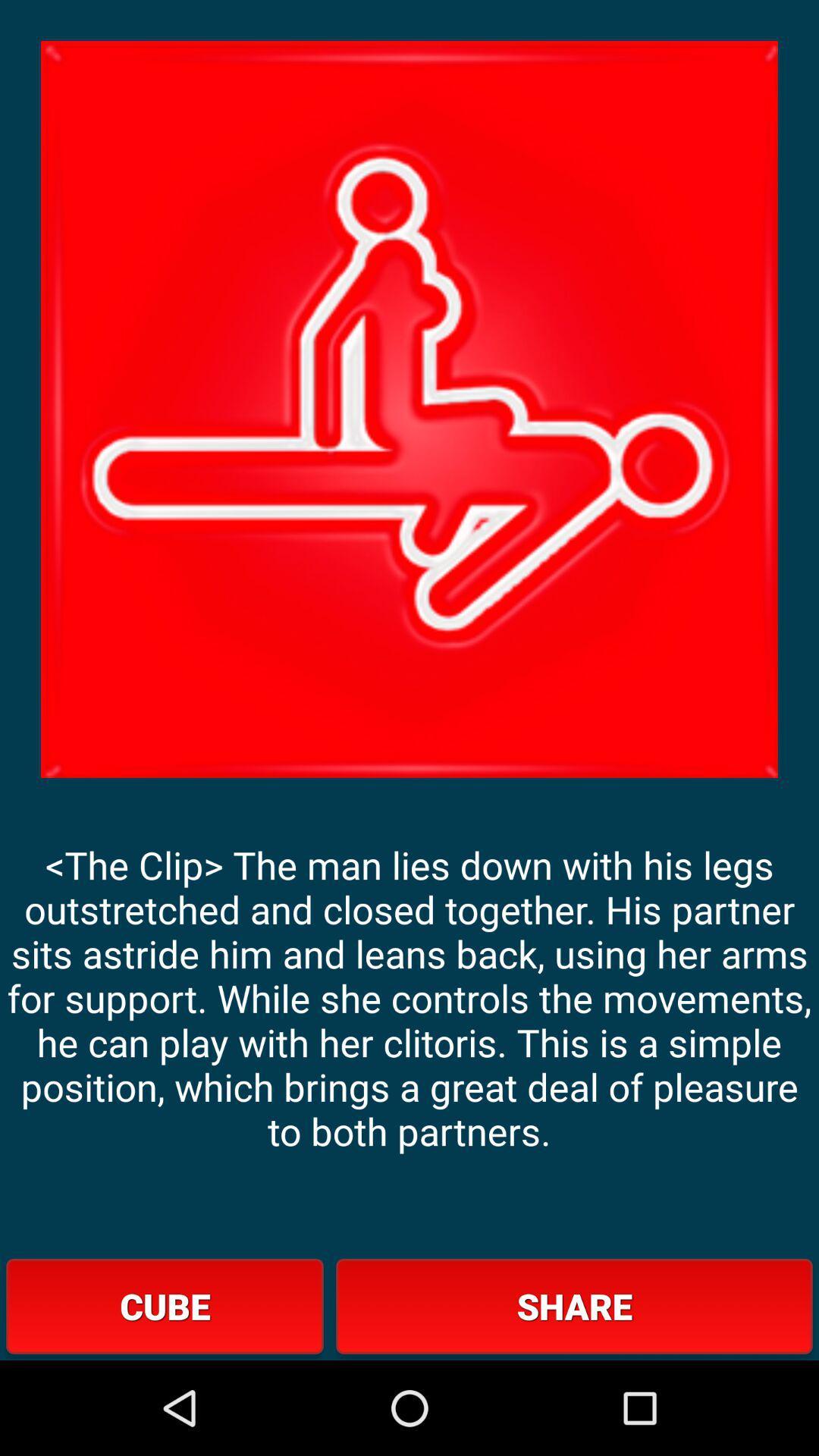  I want to click on cube at the bottom left corner, so click(165, 1305).